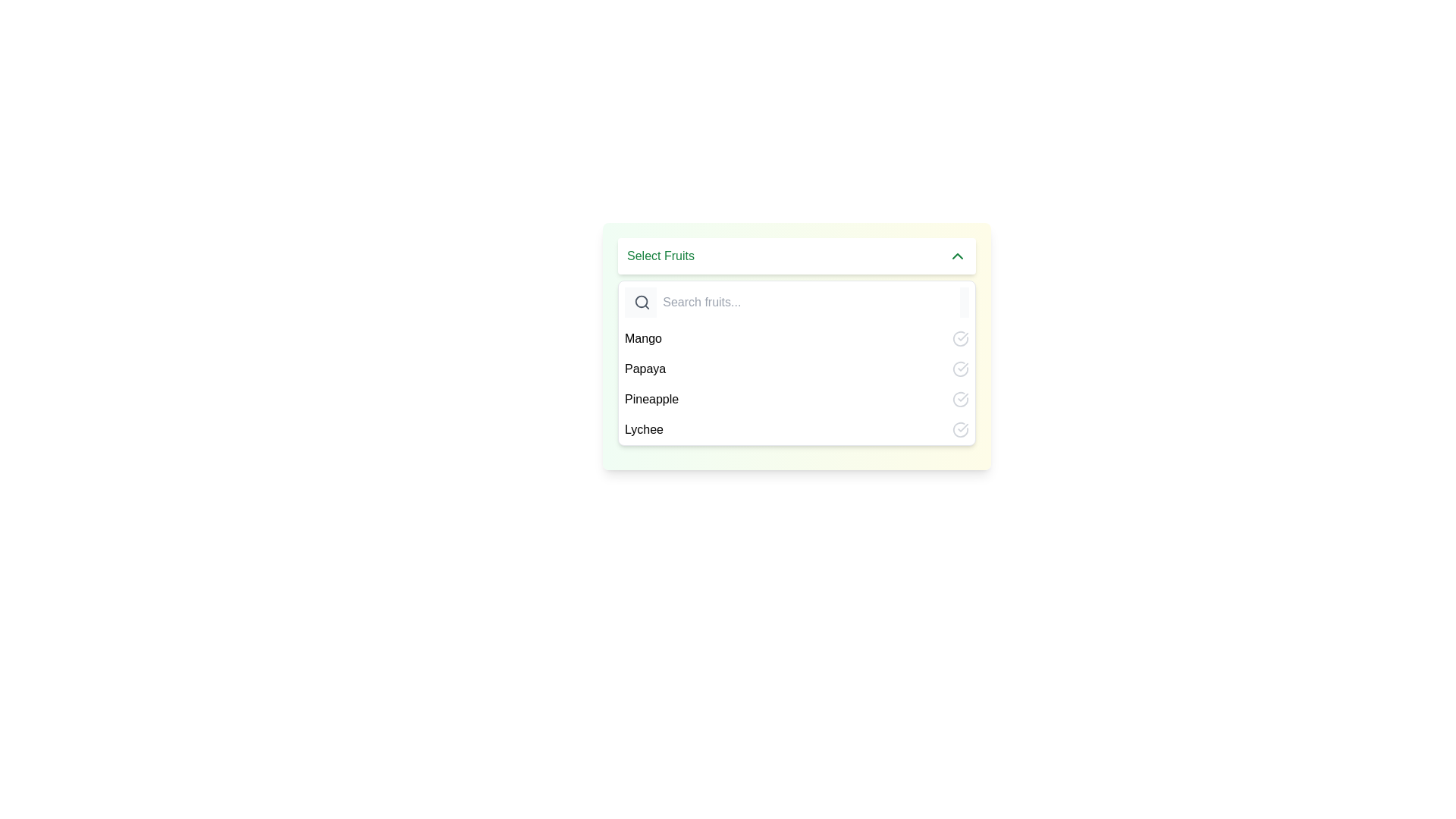 The image size is (1456, 819). What do you see at coordinates (808, 302) in the screenshot?
I see `the search input field for filtering fruit queries, which is centrally positioned in the dropdown interface labeled 'Select Fruits'` at bounding box center [808, 302].